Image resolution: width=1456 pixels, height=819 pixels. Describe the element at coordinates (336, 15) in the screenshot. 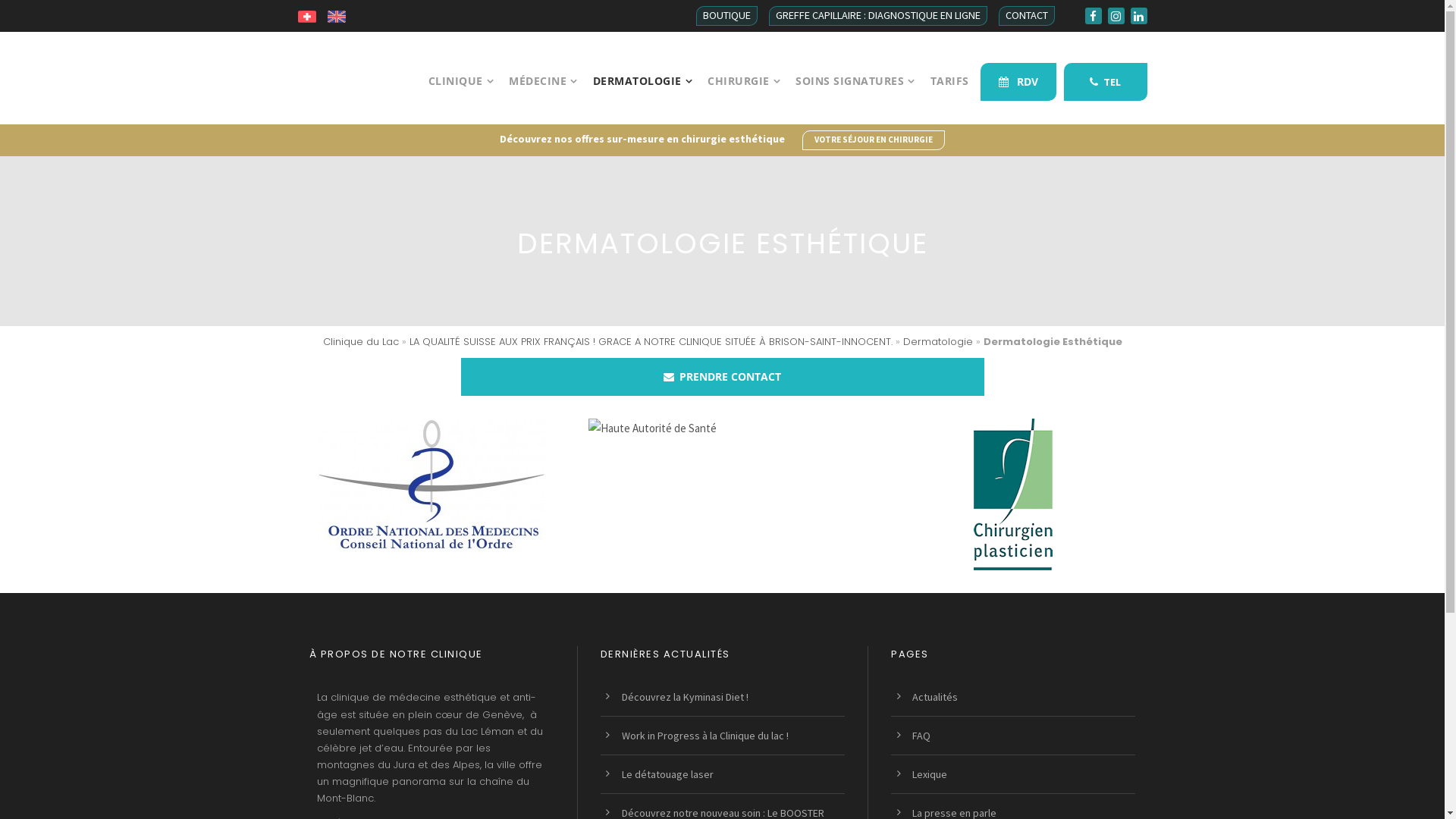

I see `'English'` at that location.